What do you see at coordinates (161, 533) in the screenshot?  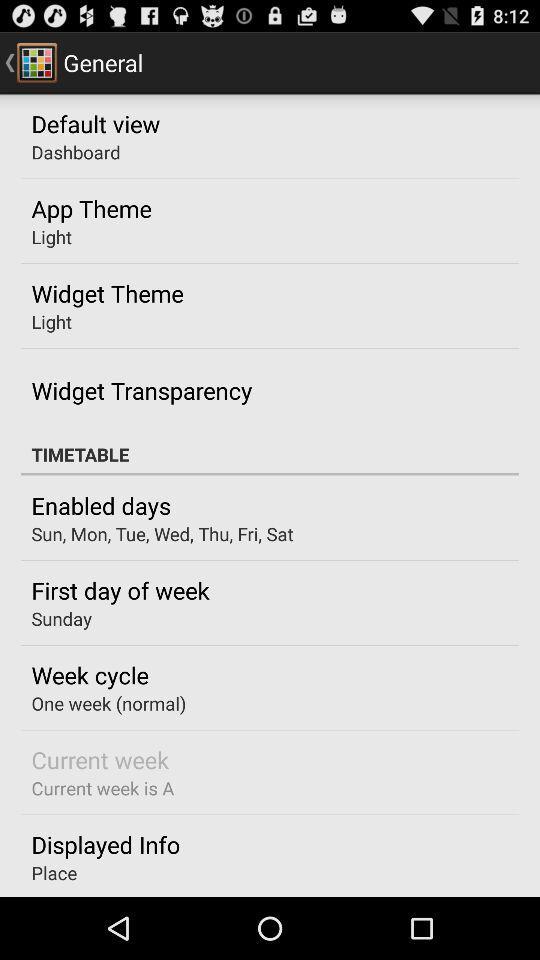 I see `sun mon tue item` at bounding box center [161, 533].